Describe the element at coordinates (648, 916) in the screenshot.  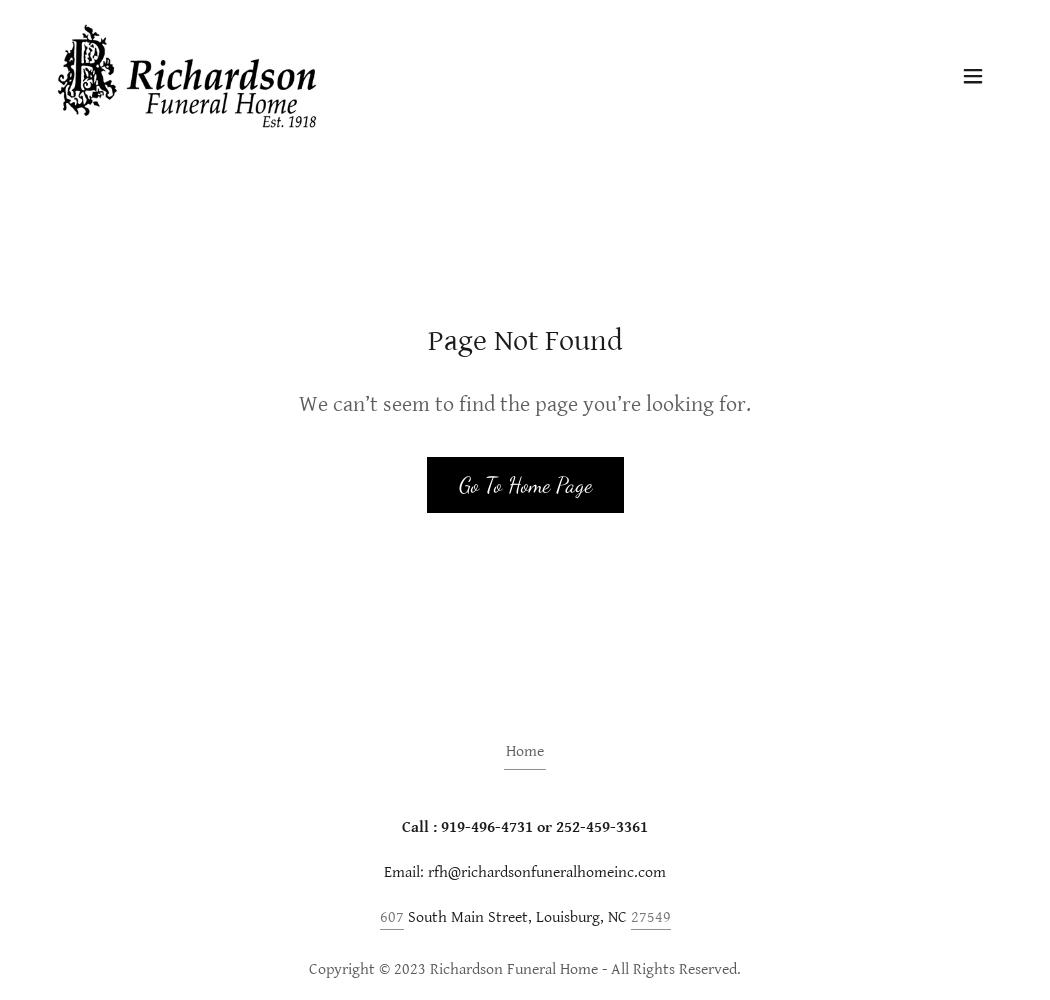
I see `'27549'` at that location.